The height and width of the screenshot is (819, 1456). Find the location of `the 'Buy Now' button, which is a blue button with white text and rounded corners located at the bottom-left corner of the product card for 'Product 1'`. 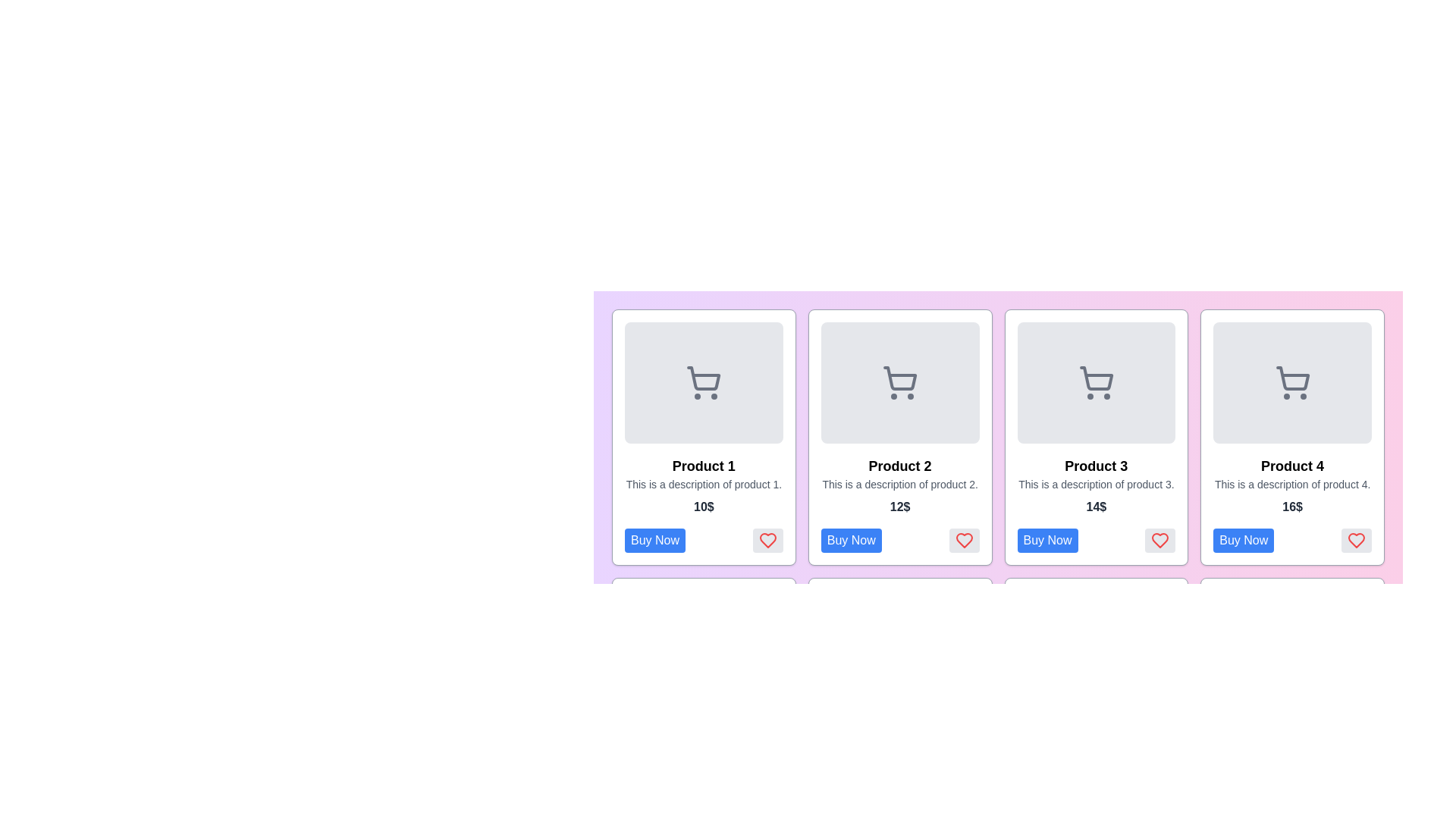

the 'Buy Now' button, which is a blue button with white text and rounded corners located at the bottom-left corner of the product card for 'Product 1' is located at coordinates (655, 540).